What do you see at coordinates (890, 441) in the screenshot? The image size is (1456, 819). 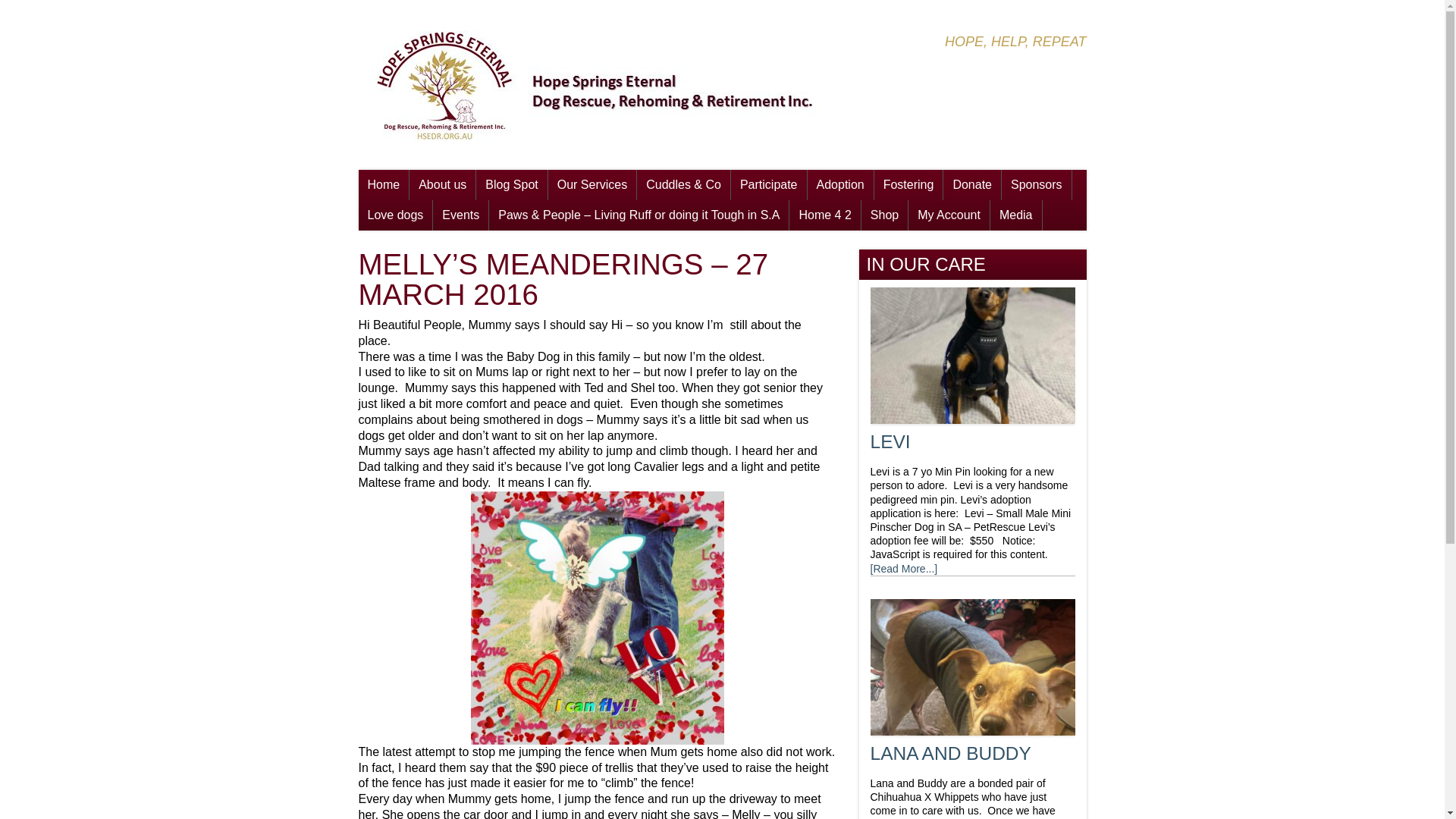 I see `'LEVI'` at bounding box center [890, 441].